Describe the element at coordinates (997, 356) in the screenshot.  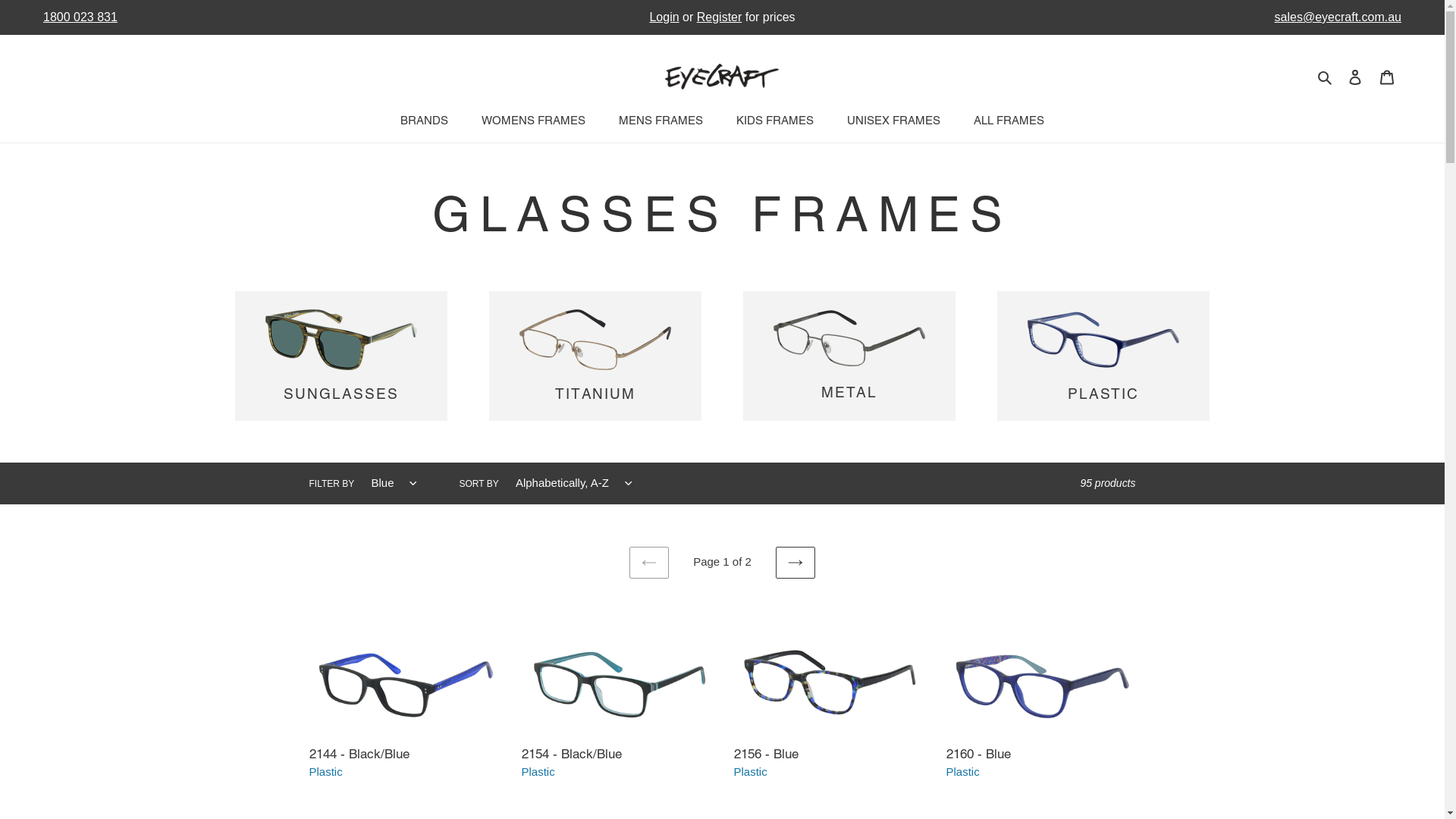
I see `'PLASTIC'` at that location.